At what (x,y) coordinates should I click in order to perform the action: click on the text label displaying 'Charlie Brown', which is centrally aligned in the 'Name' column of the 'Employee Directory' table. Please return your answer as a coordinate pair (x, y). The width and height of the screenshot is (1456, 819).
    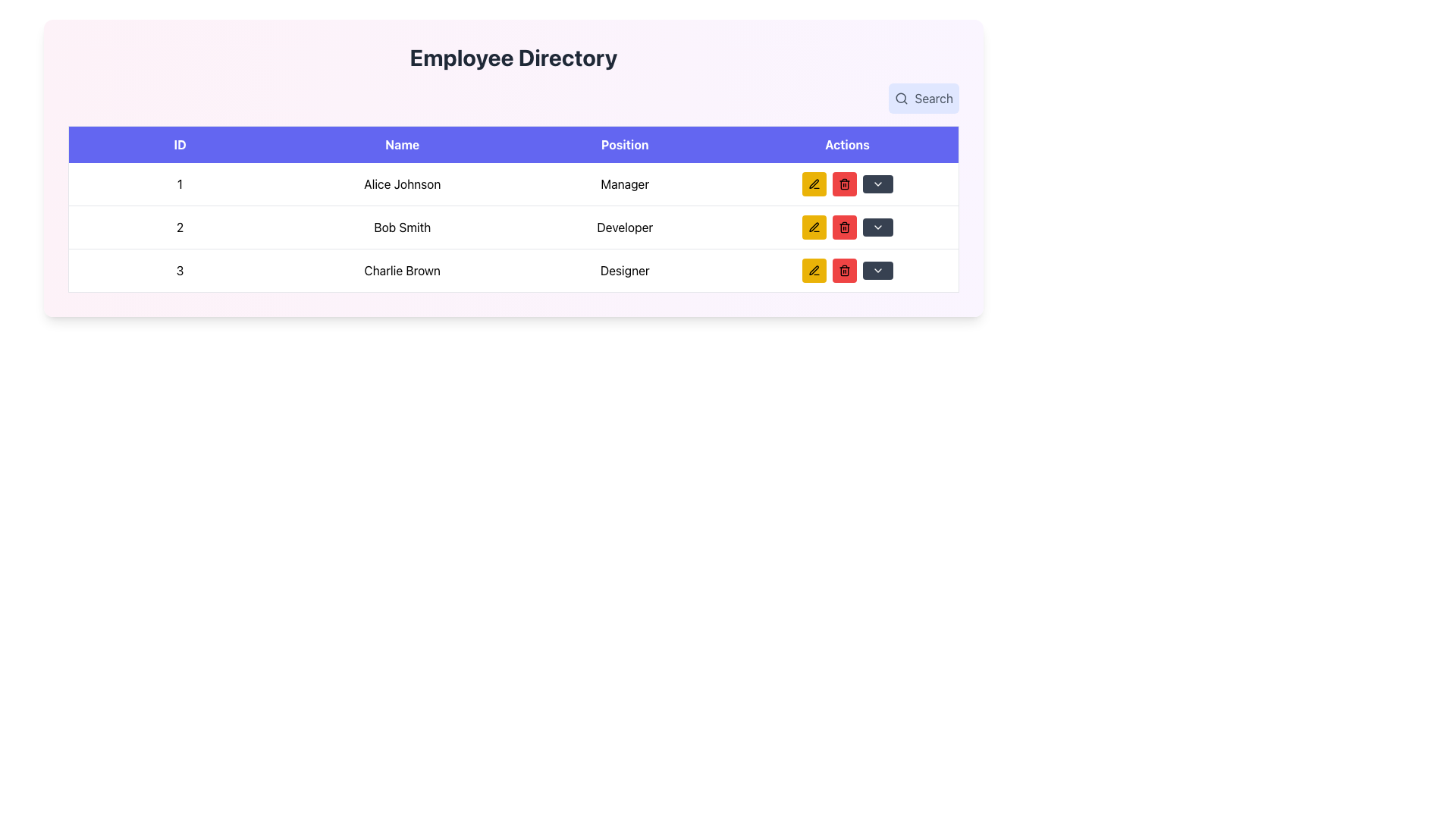
    Looking at the image, I should click on (402, 270).